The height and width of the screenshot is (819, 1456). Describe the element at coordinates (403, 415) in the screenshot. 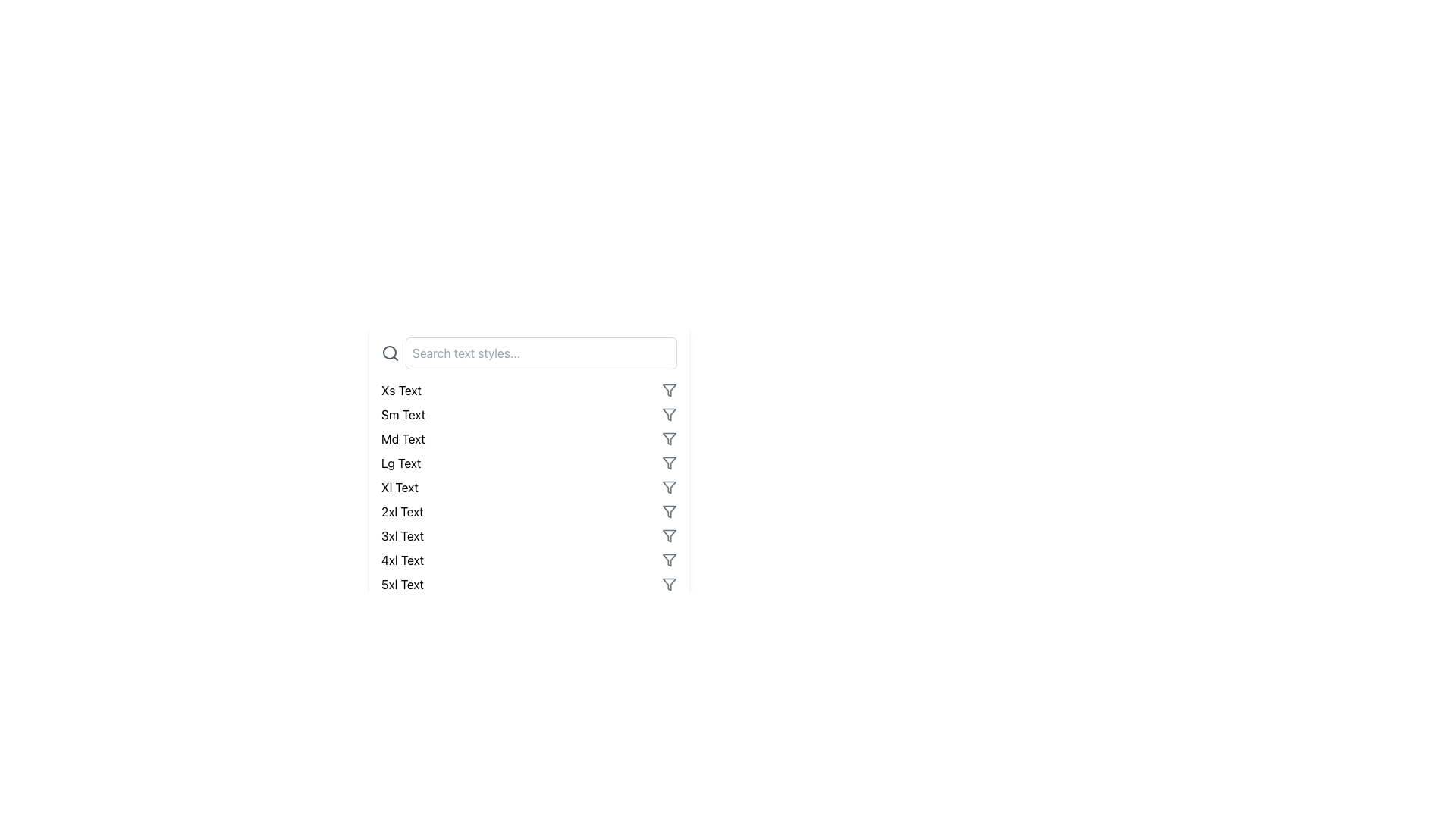

I see `the Text Label that indicates a predefined text style or category, located centrally in the vertical list, between 'Xs Text' and 'Md Text'` at that location.